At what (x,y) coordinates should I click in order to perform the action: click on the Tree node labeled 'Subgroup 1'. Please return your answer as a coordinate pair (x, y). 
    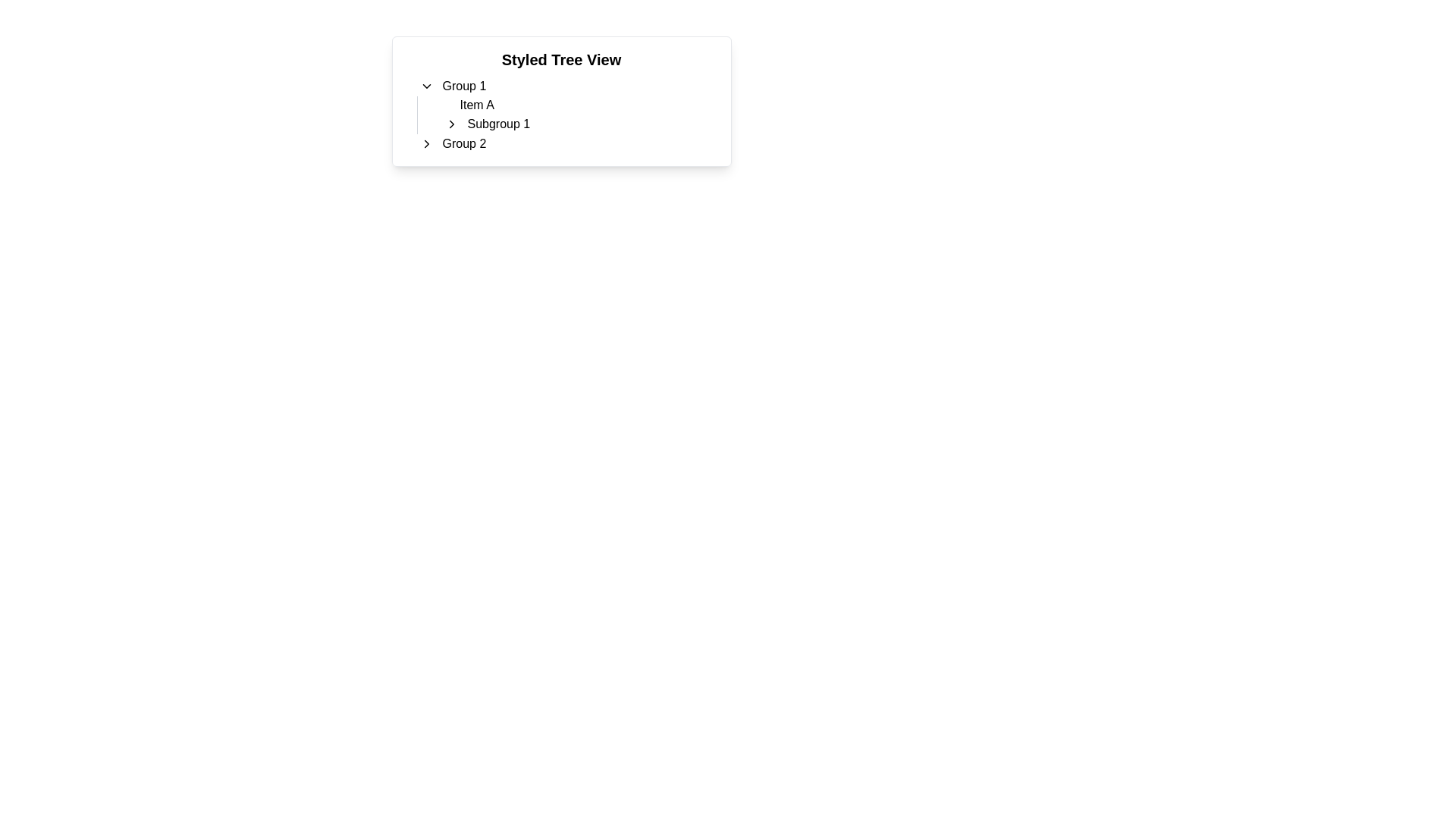
    Looking at the image, I should click on (573, 124).